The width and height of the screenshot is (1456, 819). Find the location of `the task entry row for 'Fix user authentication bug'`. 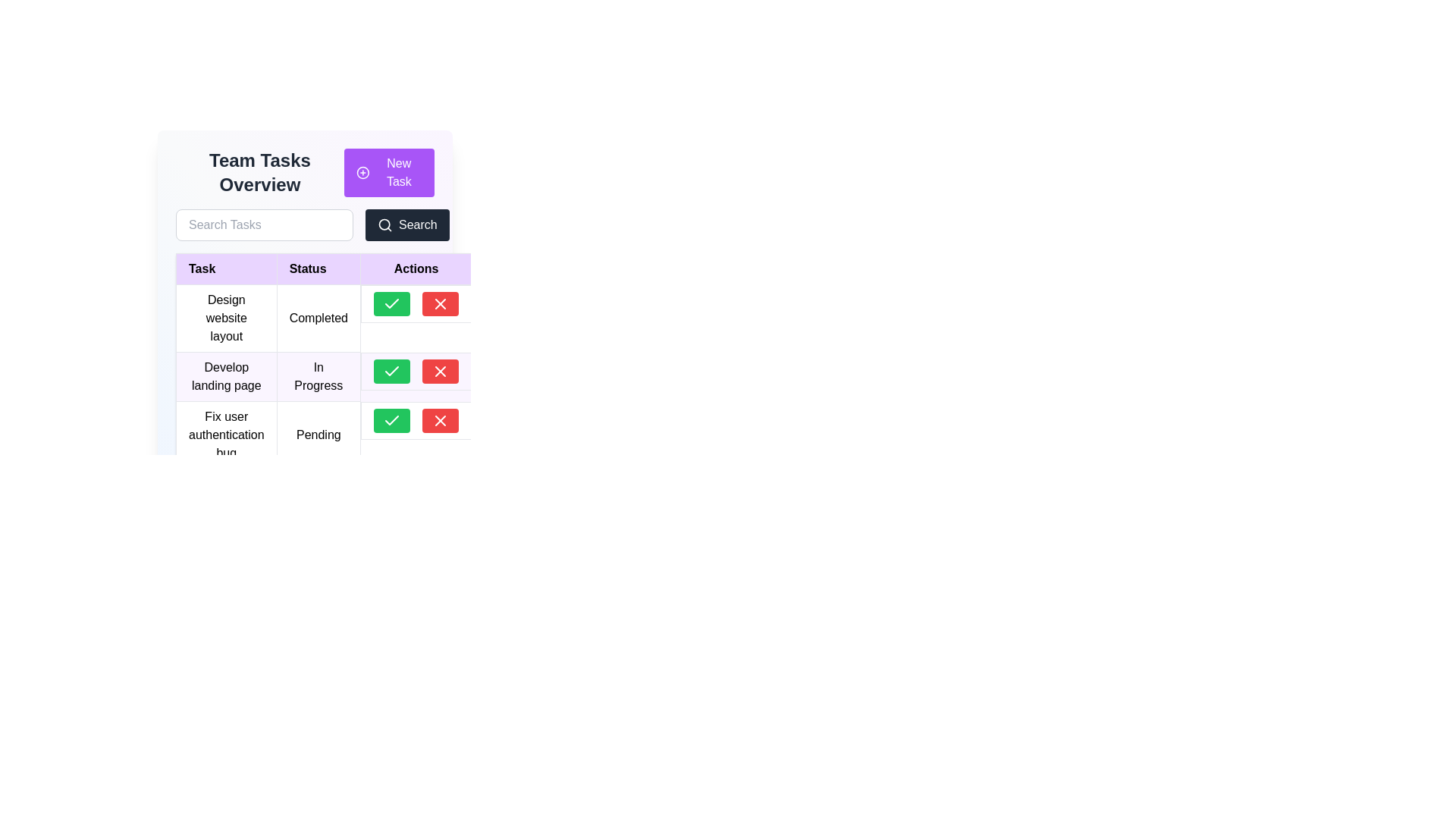

the task entry row for 'Fix user authentication bug' is located at coordinates (323, 435).